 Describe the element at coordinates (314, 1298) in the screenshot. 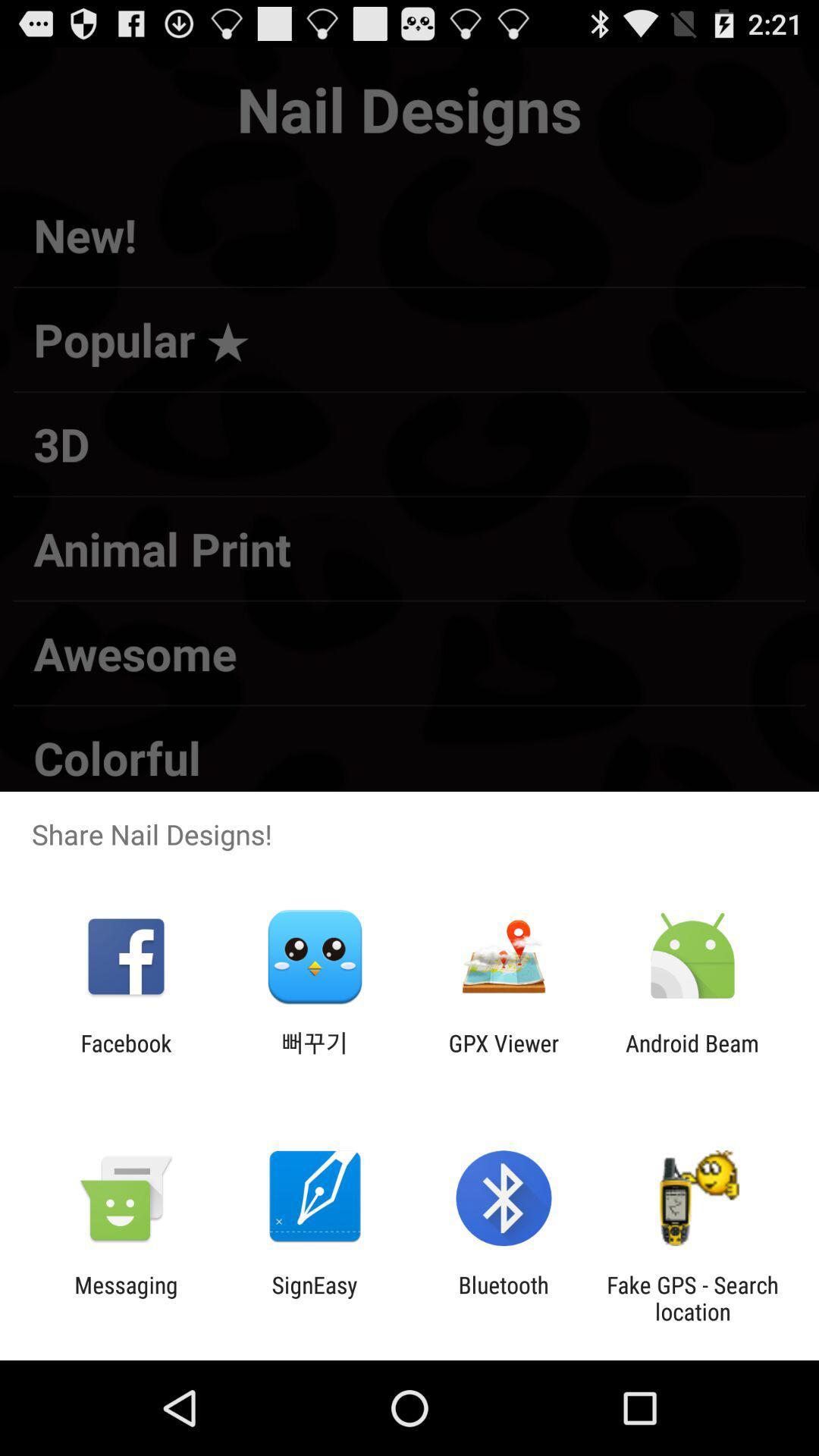

I see `signeasy` at that location.